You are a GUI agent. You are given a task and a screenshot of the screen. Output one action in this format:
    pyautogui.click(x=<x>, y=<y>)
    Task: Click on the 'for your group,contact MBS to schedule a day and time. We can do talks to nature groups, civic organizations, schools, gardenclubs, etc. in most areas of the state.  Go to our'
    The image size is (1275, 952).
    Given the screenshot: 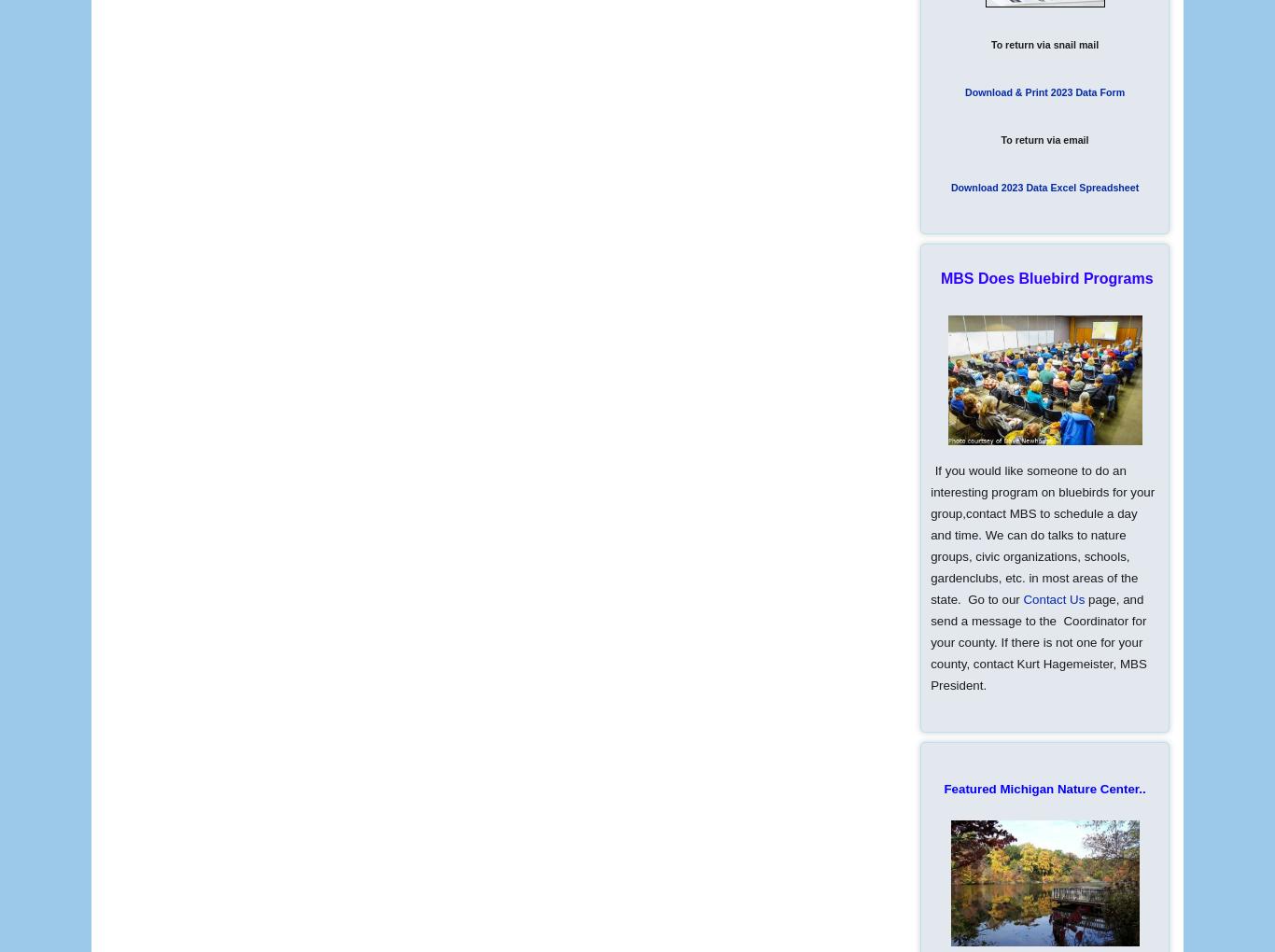 What is the action you would take?
    pyautogui.click(x=1041, y=545)
    